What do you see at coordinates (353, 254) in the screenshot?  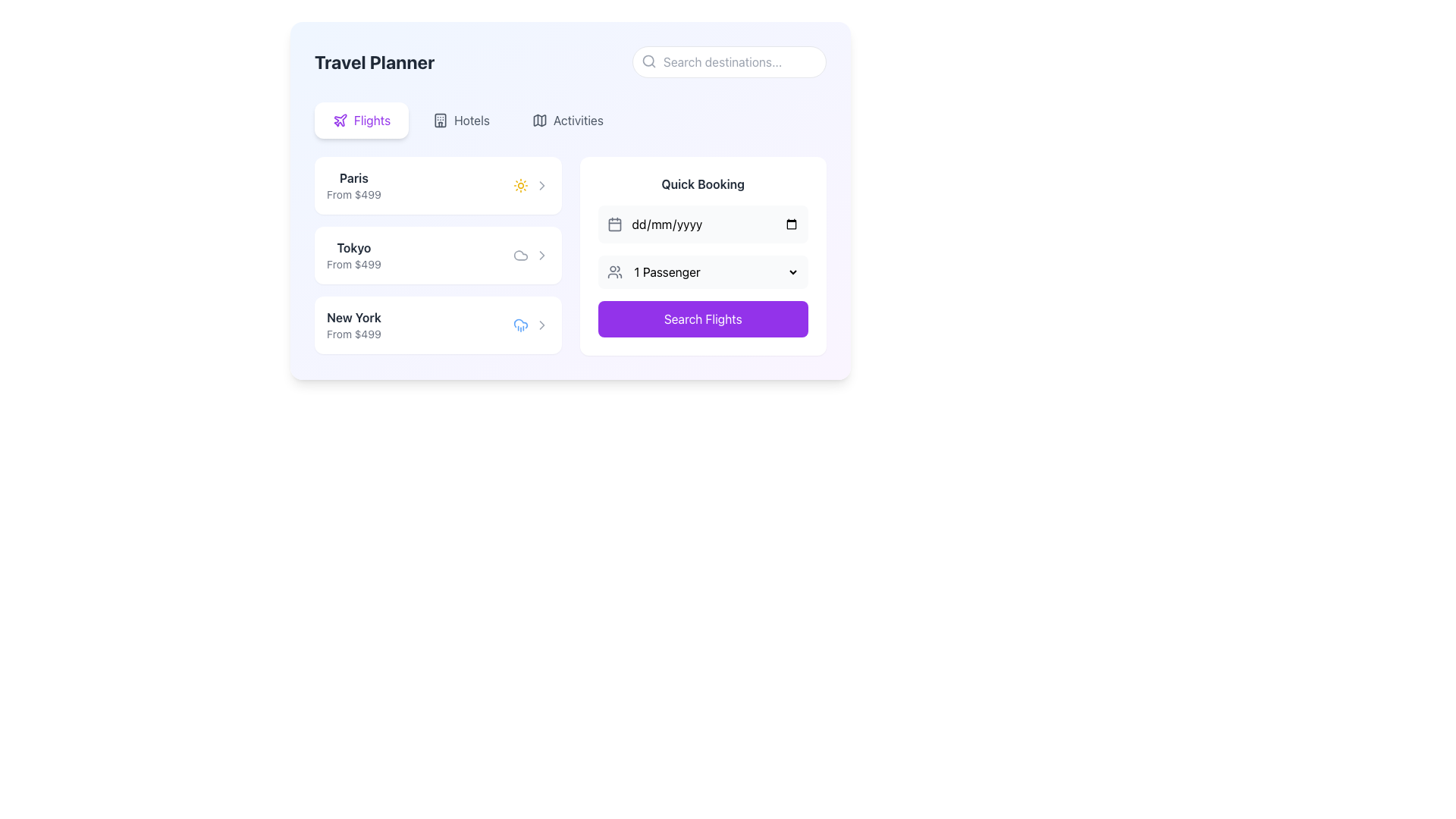 I see `flight destination 'Tokyo' and price information '$499' from the text element group located under the 'Flights' tab, positioned between Paris and New York` at bounding box center [353, 254].